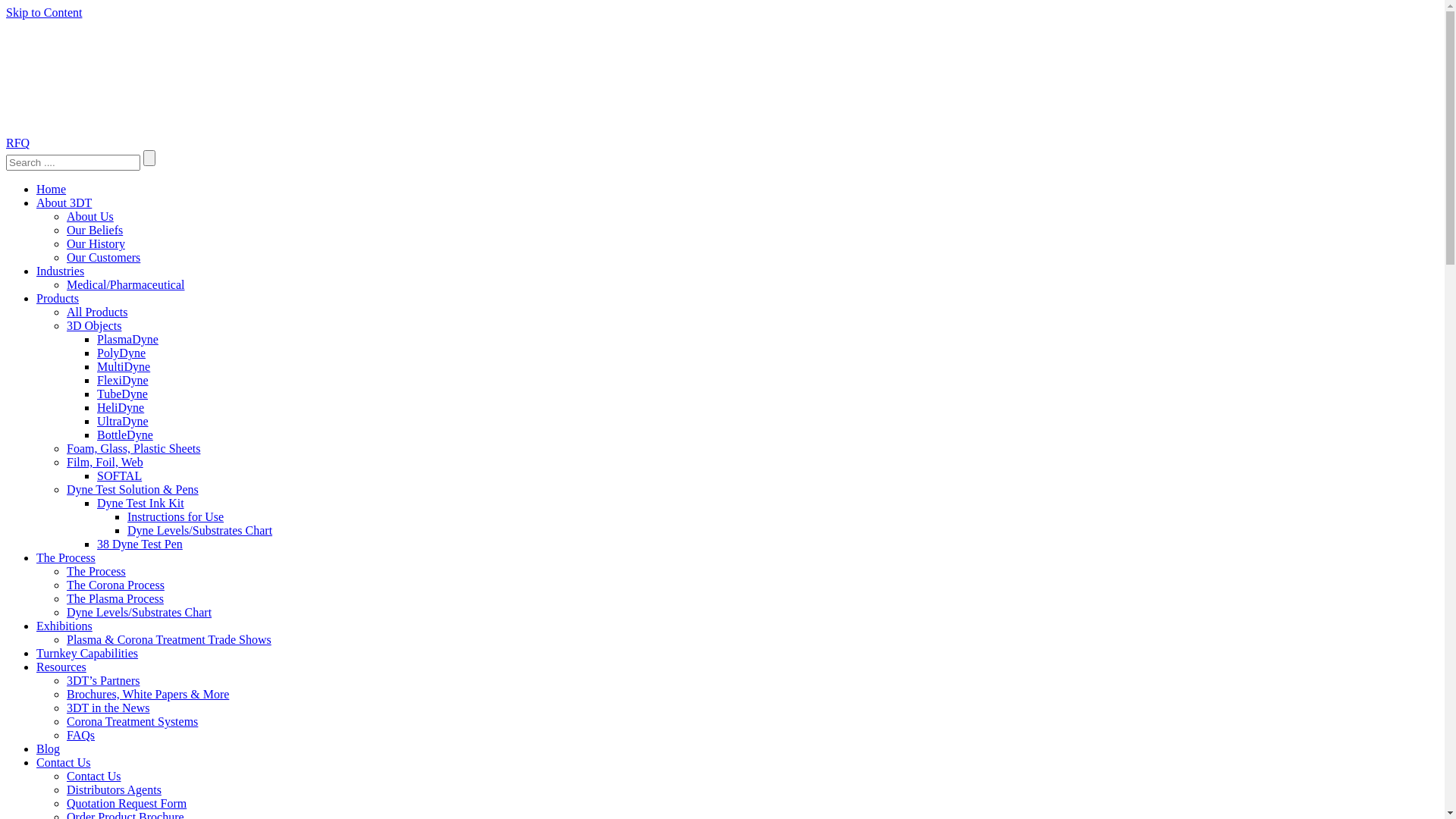 The width and height of the screenshot is (1456, 819). I want to click on 'Distributors Agents', so click(113, 789).